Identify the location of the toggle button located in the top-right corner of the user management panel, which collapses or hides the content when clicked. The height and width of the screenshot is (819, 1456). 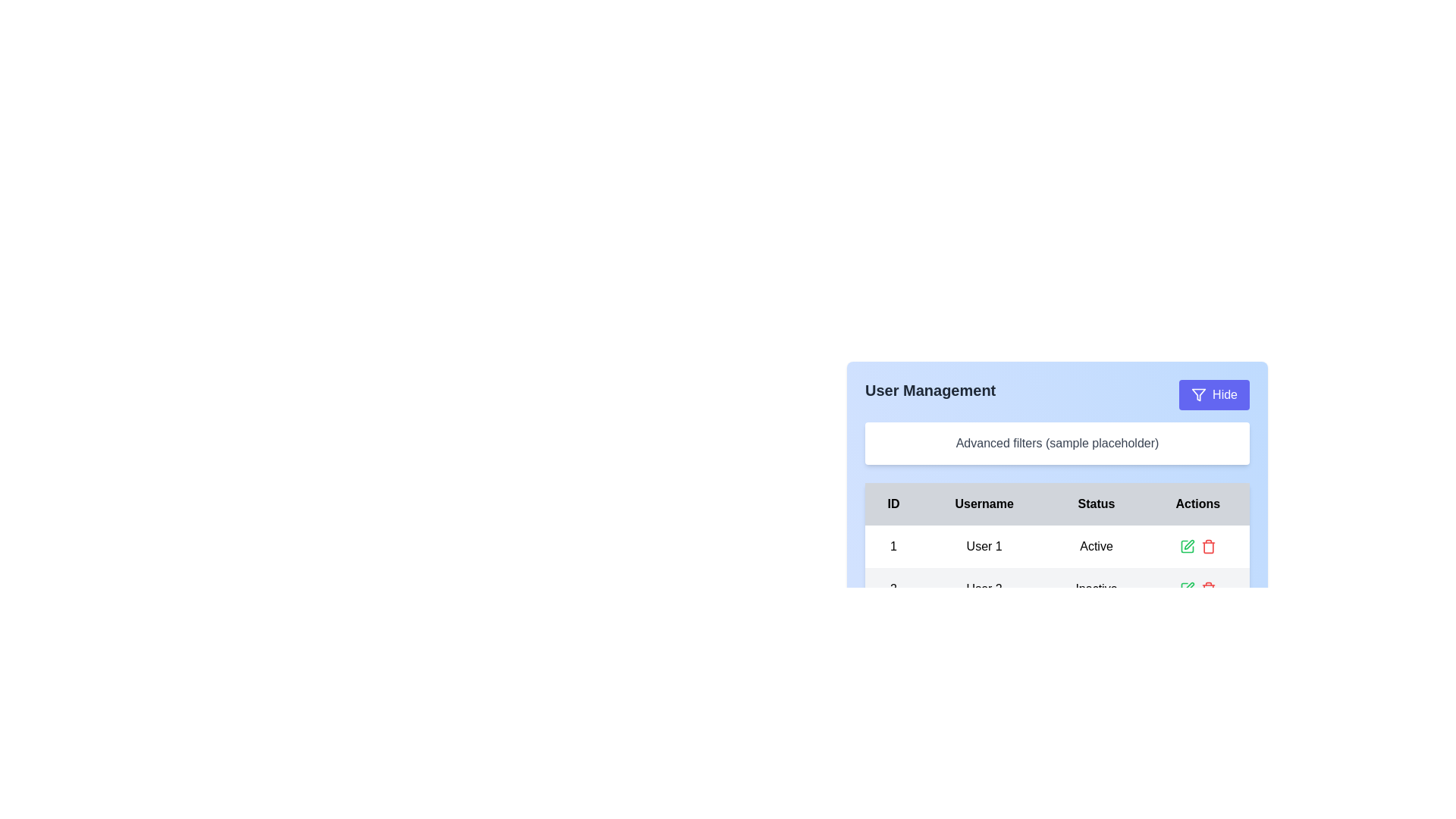
(1214, 394).